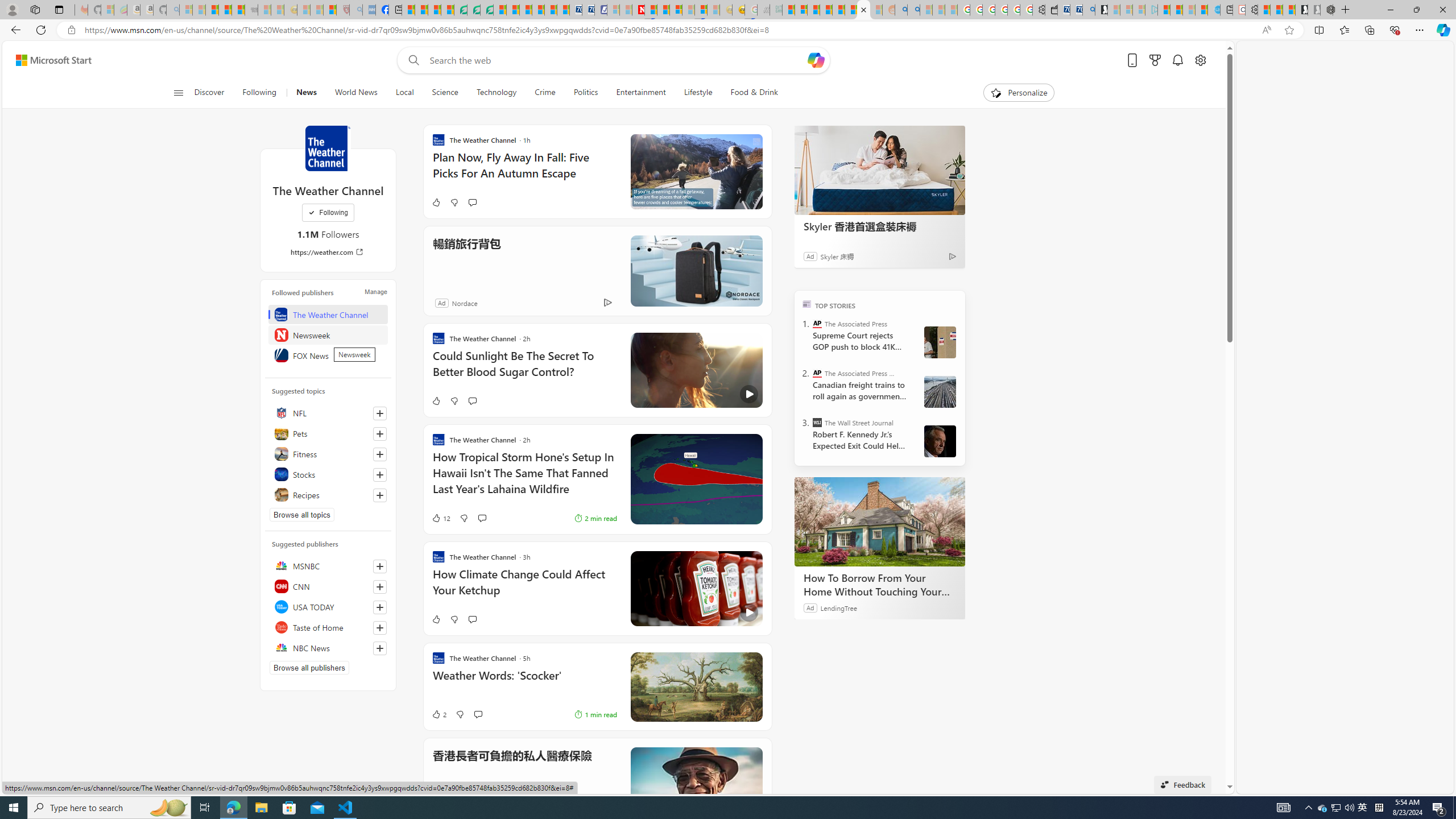  What do you see at coordinates (473, 9) in the screenshot?
I see `'Terms of Use Agreement'` at bounding box center [473, 9].